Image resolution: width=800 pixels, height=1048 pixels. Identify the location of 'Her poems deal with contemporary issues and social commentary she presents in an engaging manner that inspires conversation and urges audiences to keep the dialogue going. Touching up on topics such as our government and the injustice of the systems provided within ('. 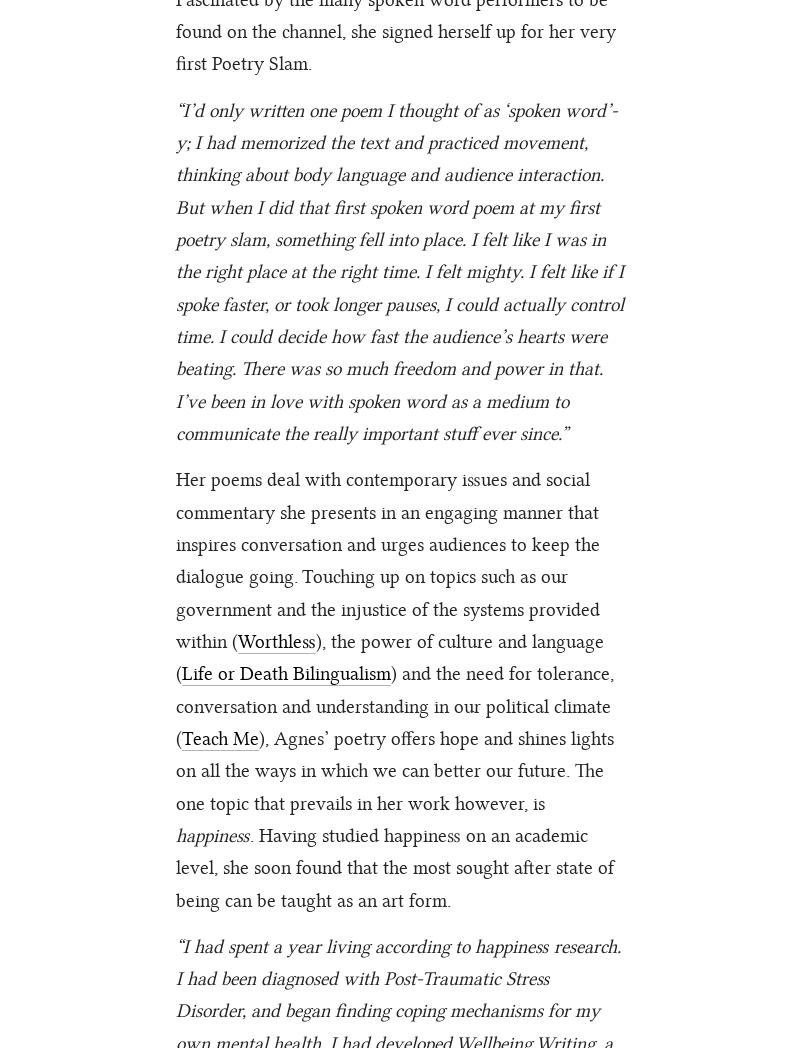
(387, 559).